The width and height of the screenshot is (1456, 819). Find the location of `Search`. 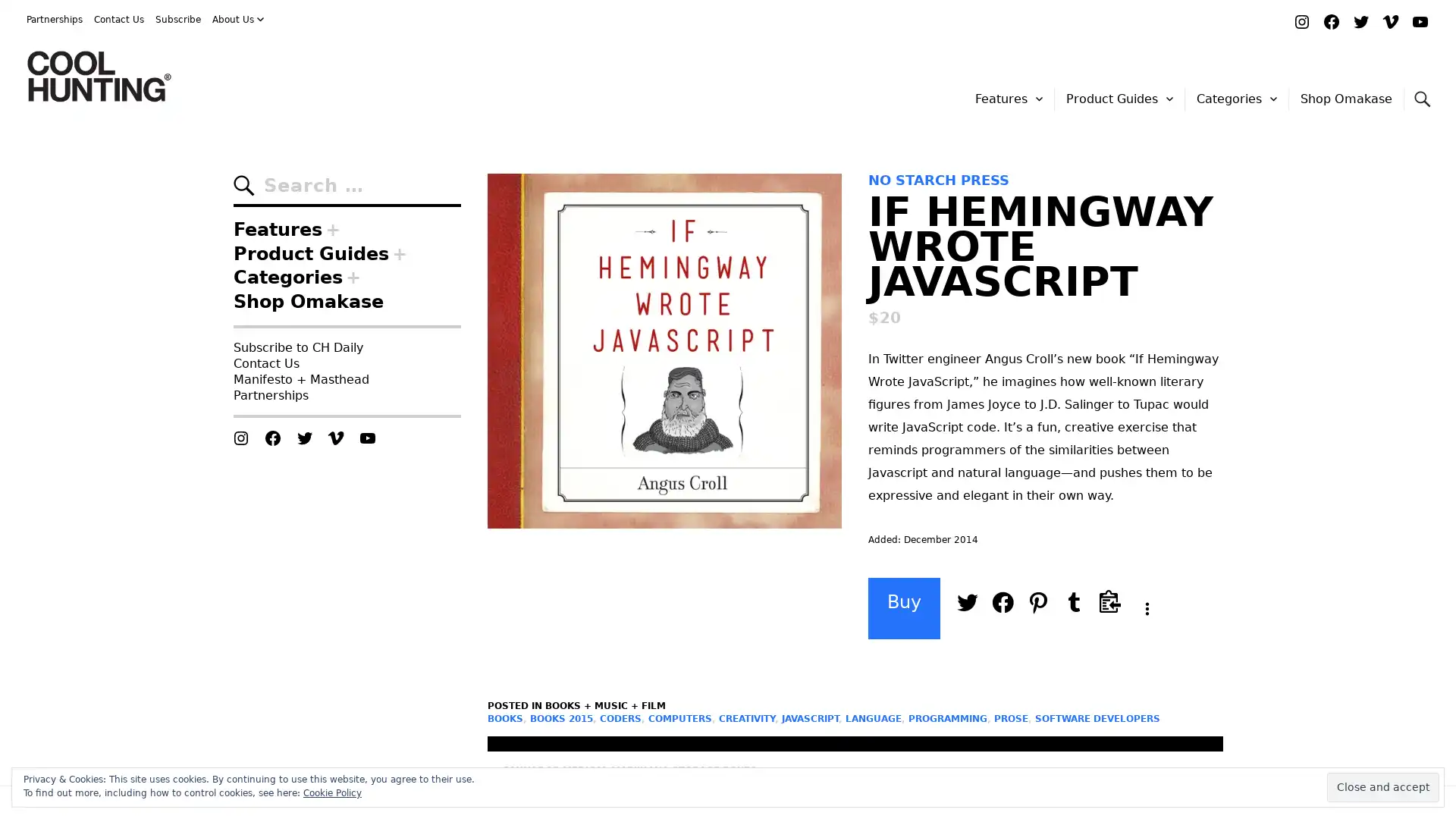

Search is located at coordinates (459, 171).